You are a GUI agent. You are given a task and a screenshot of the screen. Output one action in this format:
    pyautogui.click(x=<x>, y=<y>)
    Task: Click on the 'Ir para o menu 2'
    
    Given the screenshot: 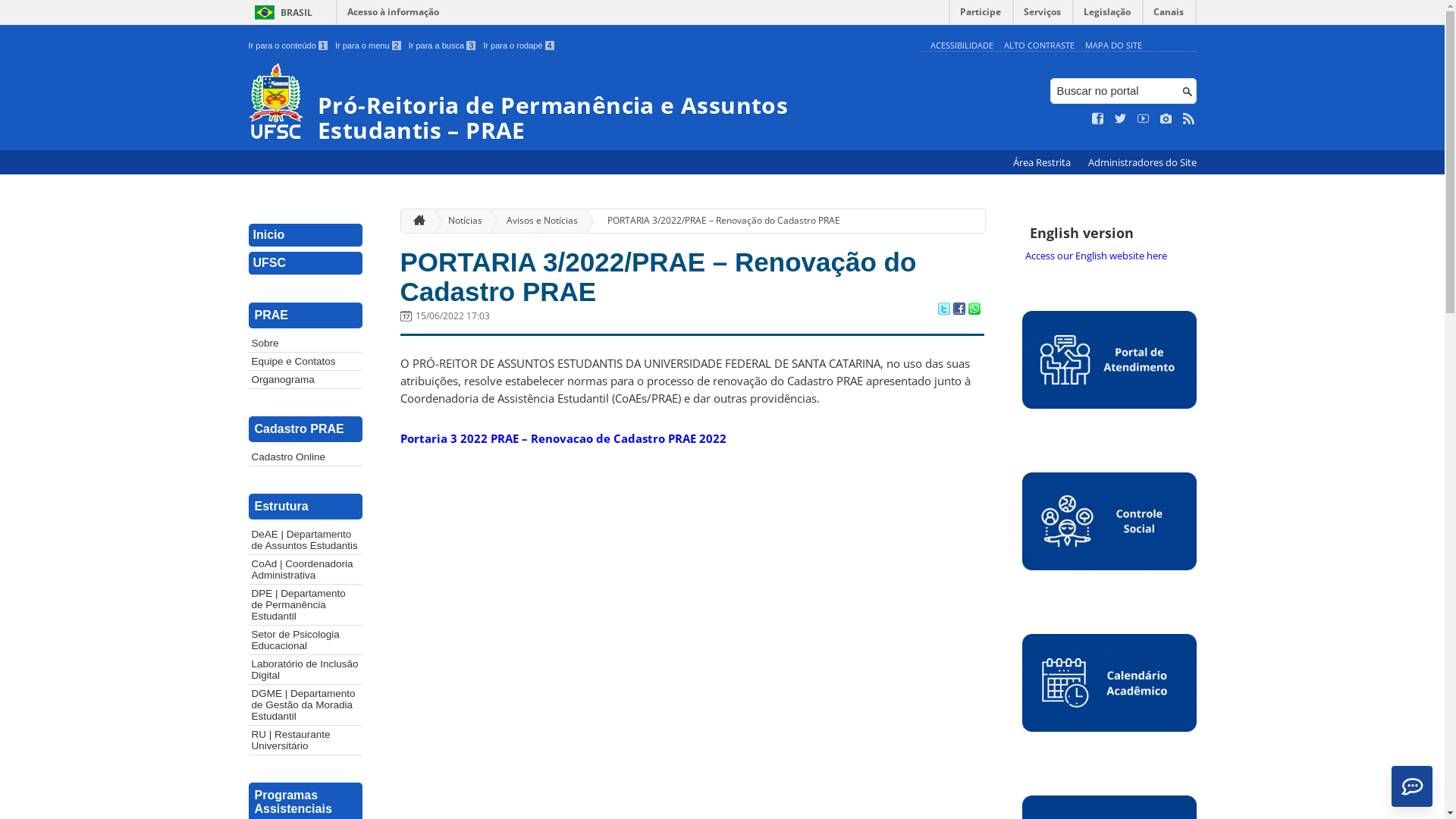 What is the action you would take?
    pyautogui.click(x=368, y=45)
    